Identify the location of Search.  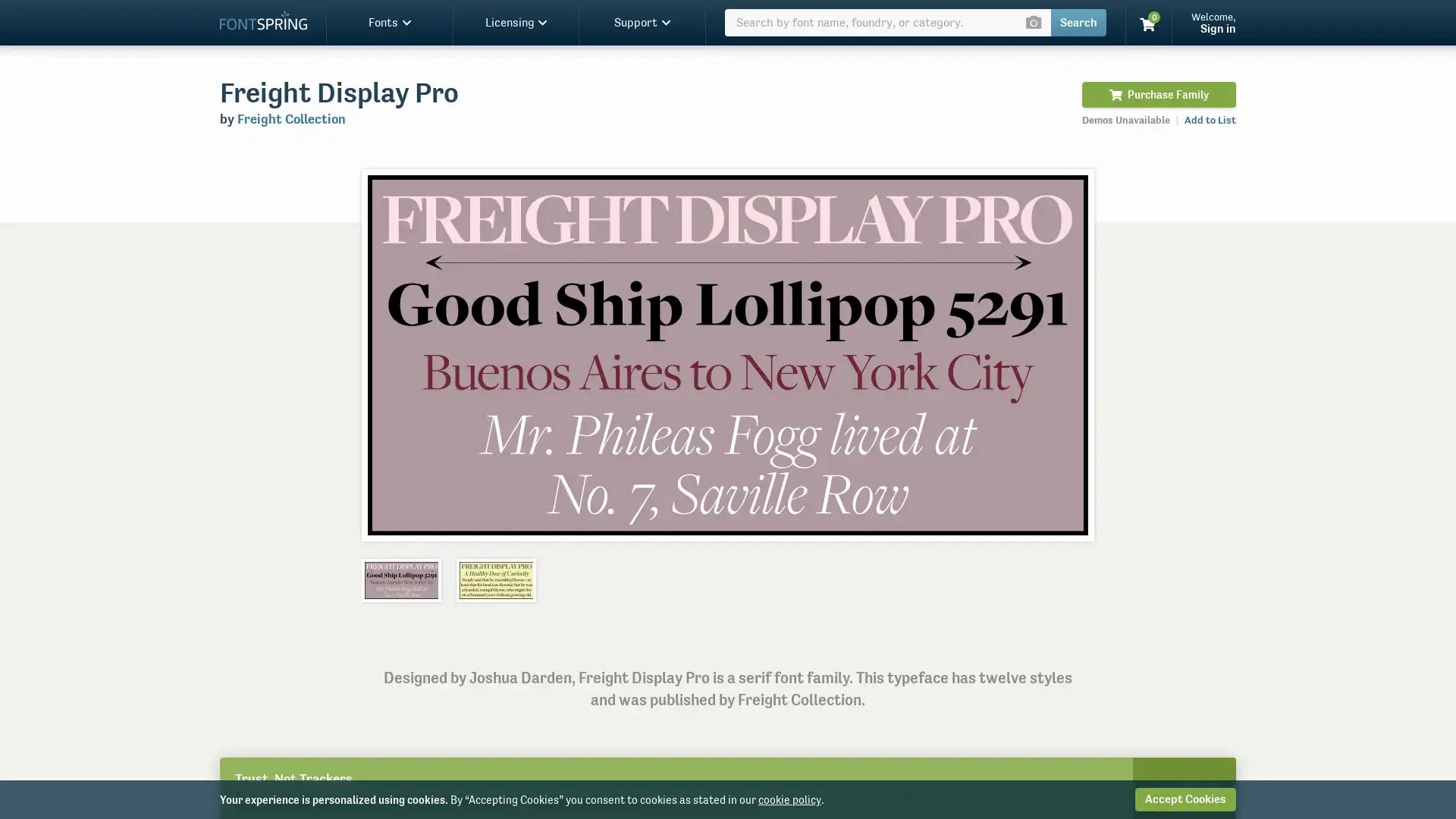
(1078, 23).